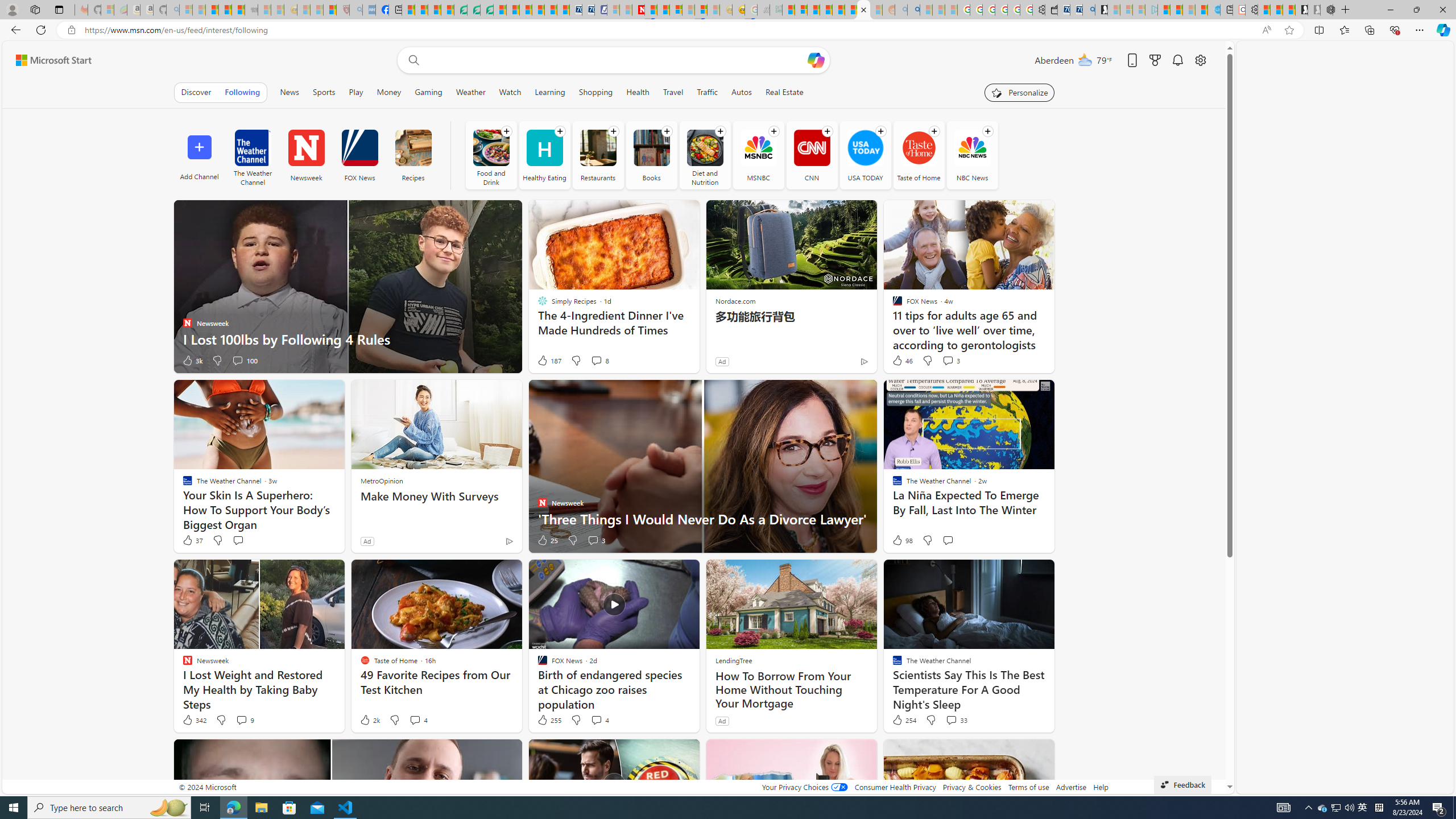  What do you see at coordinates (244, 360) in the screenshot?
I see `'View comments 100 Comment'` at bounding box center [244, 360].